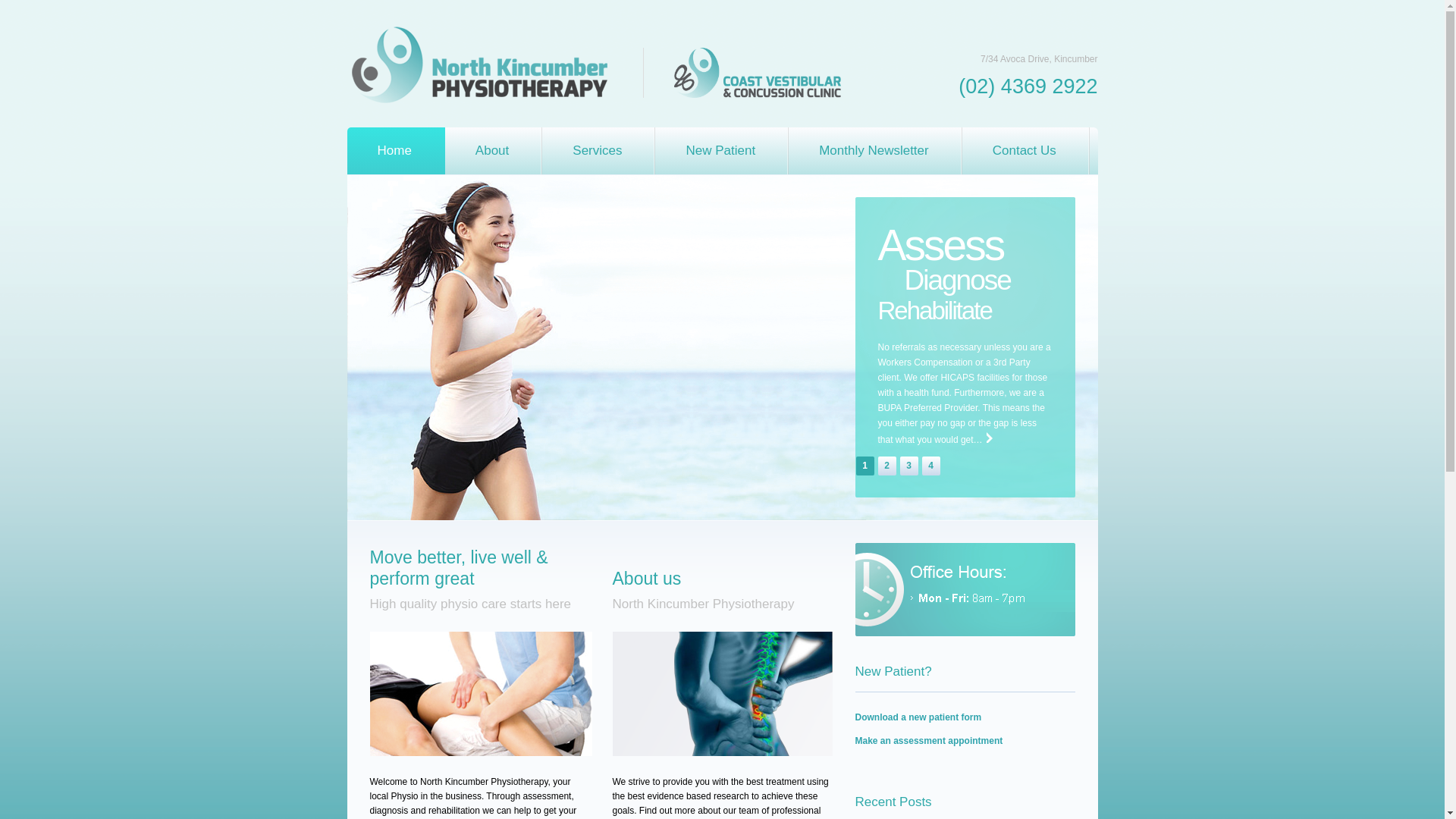 The width and height of the screenshot is (1456, 819). Describe the element at coordinates (1026, 151) in the screenshot. I see `'Contact Us'` at that location.